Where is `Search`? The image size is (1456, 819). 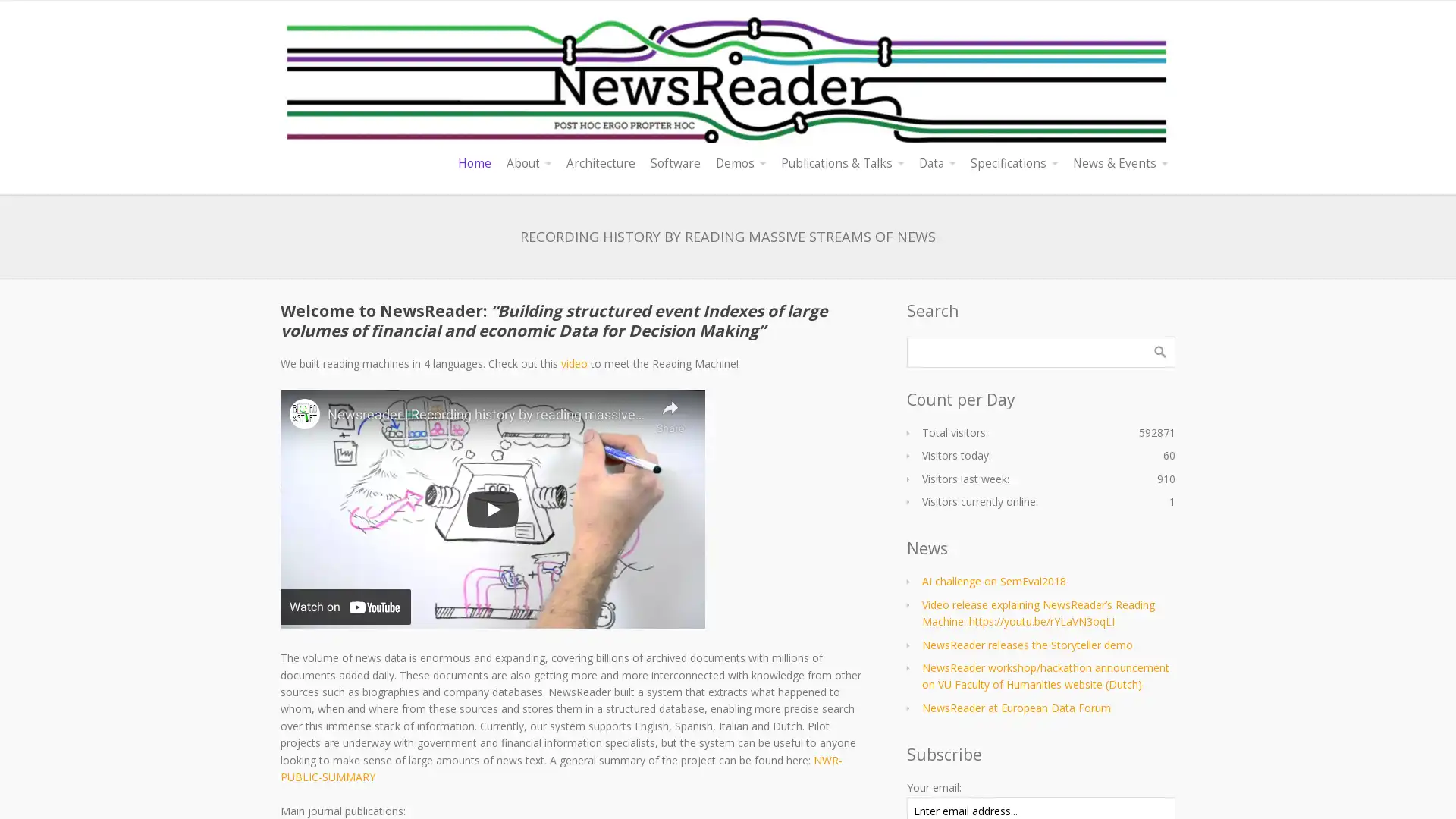
Search is located at coordinates (1159, 351).